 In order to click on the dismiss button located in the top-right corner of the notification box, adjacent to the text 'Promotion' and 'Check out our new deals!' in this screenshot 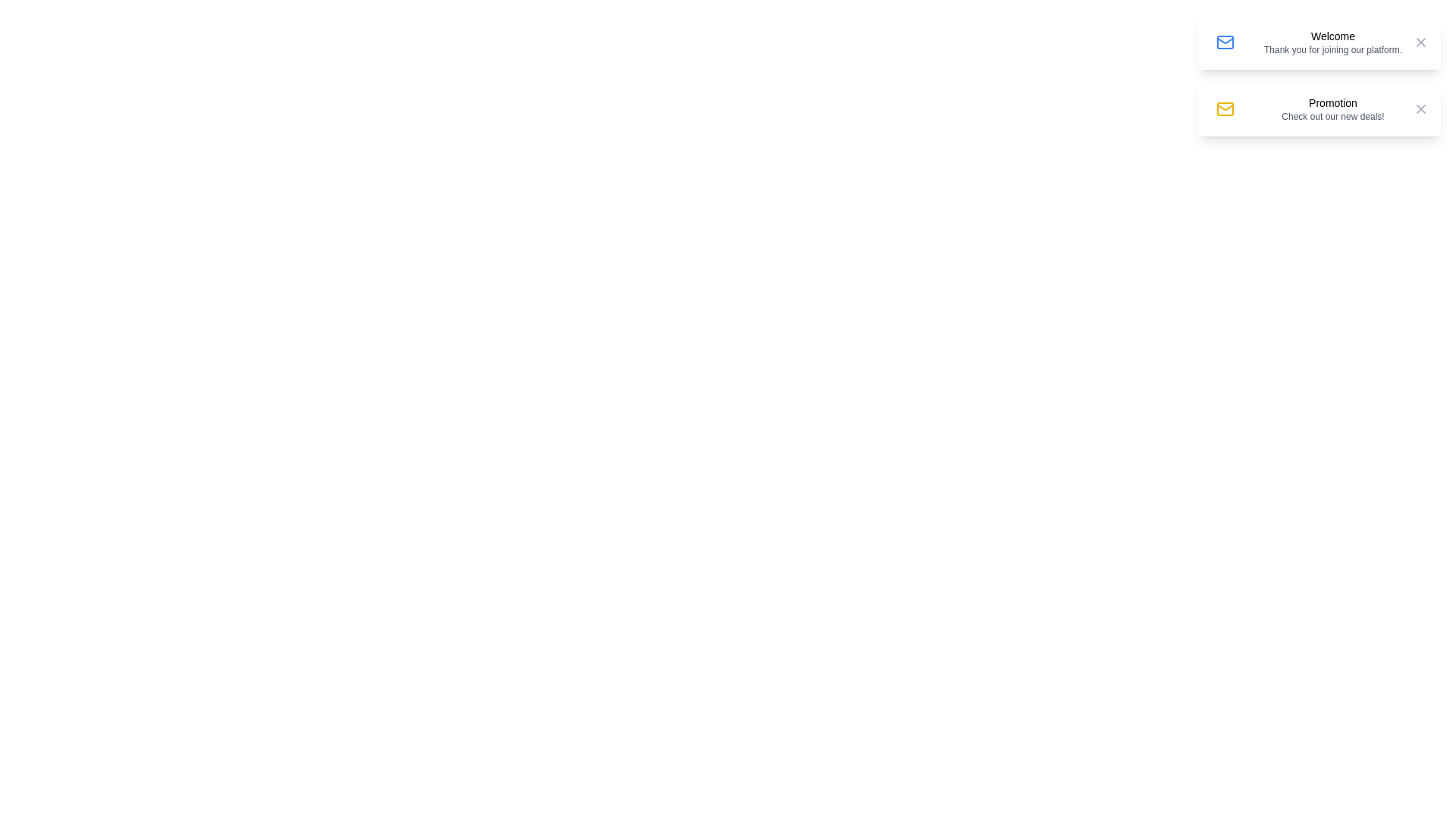, I will do `click(1420, 108)`.